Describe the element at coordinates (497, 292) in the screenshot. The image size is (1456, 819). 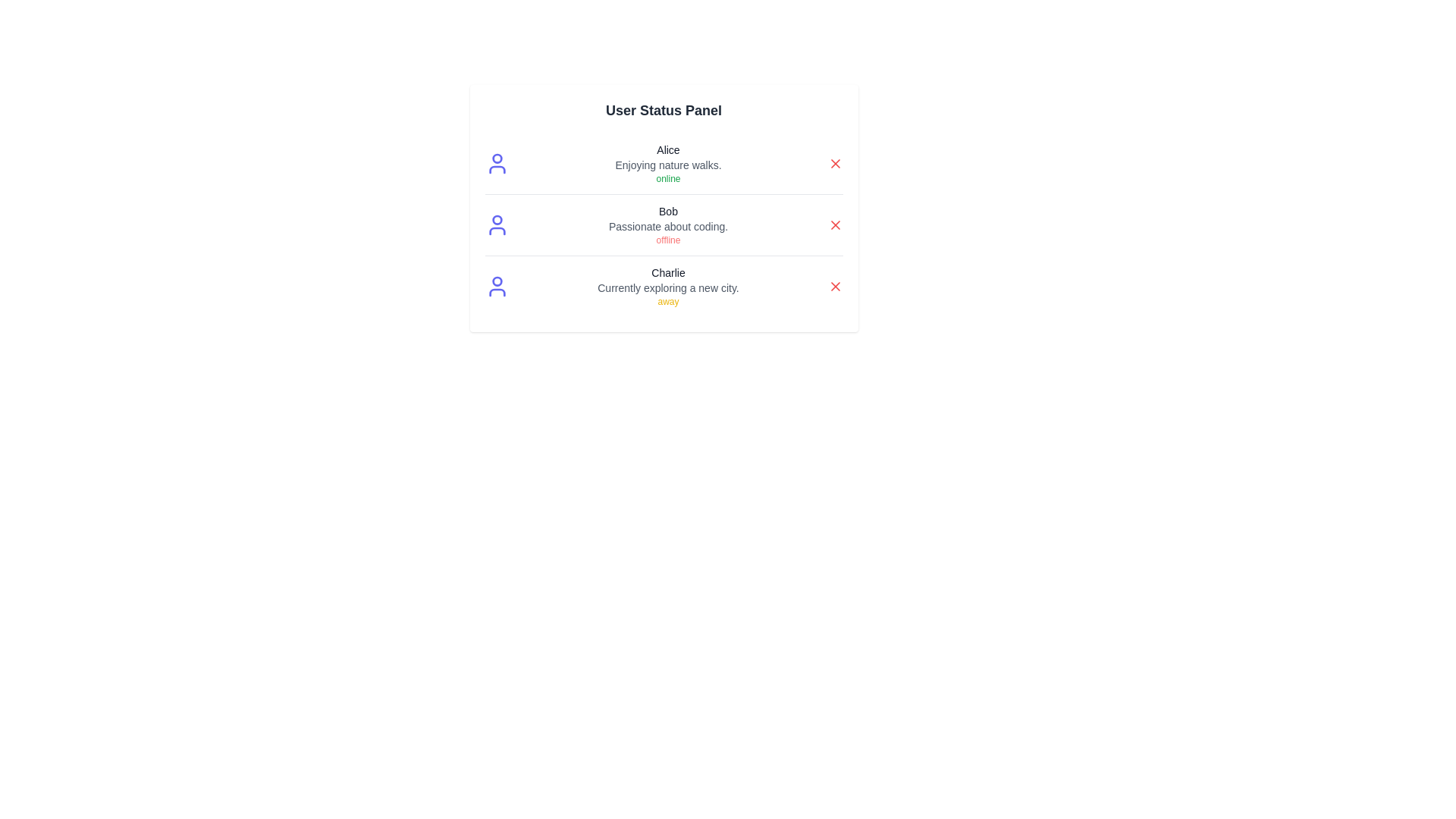
I see `the lower torso portion of the user icon in bluish-indigo color for the third entry in the list, which is aligned left to the text 'Charlie Currently exploring a new city.'` at that location.